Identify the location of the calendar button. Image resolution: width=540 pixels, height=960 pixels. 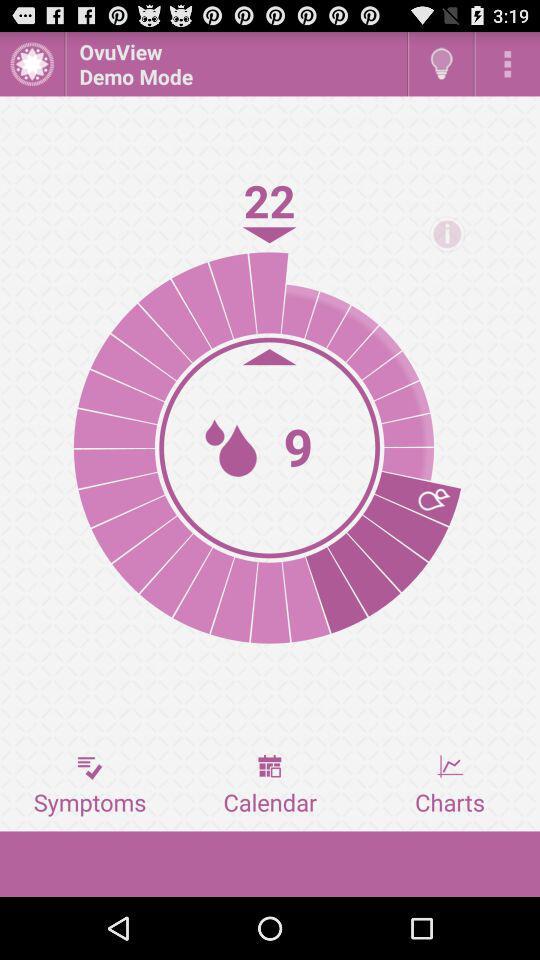
(270, 785).